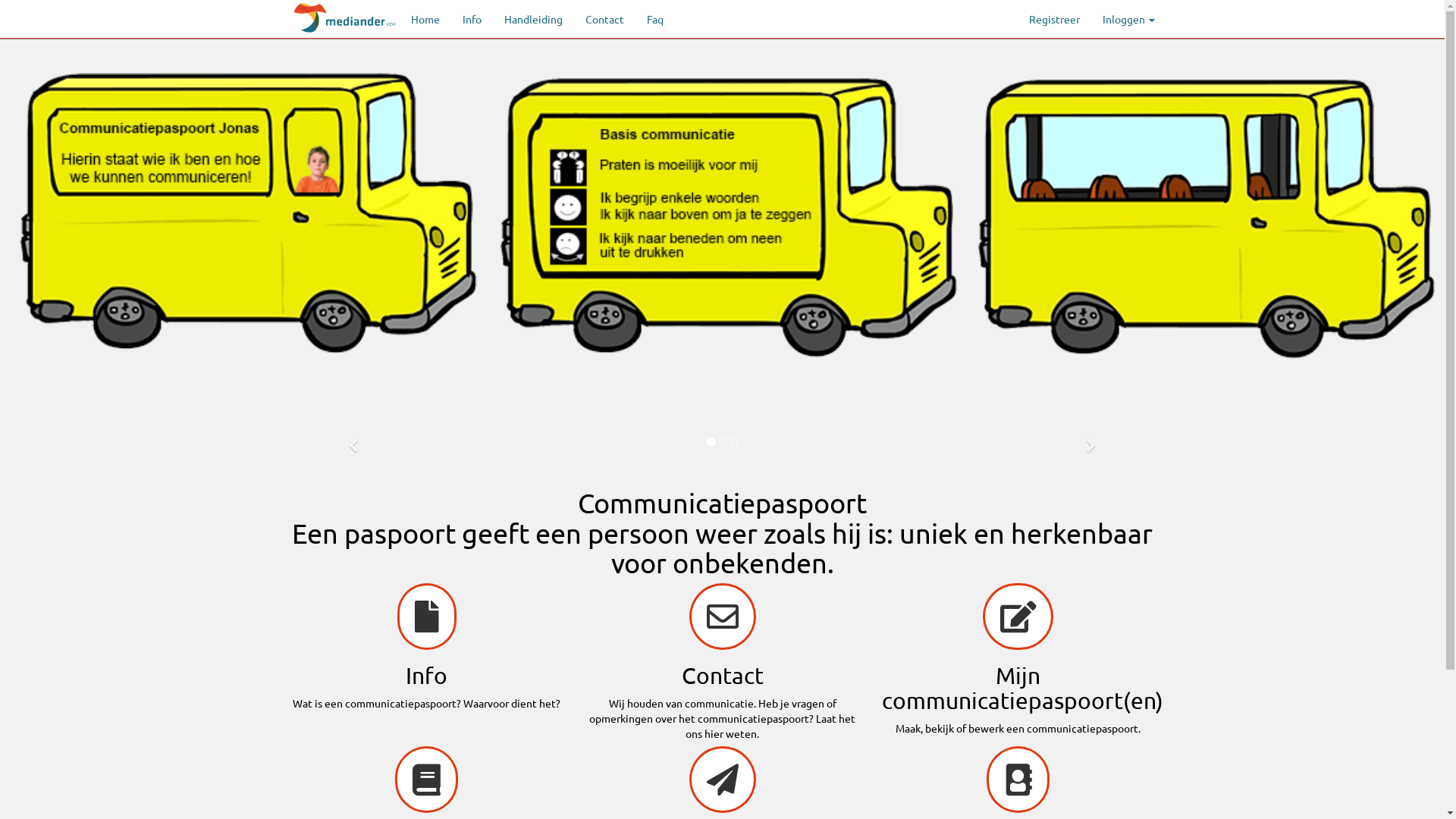  What do you see at coordinates (655, 18) in the screenshot?
I see `'Faq'` at bounding box center [655, 18].